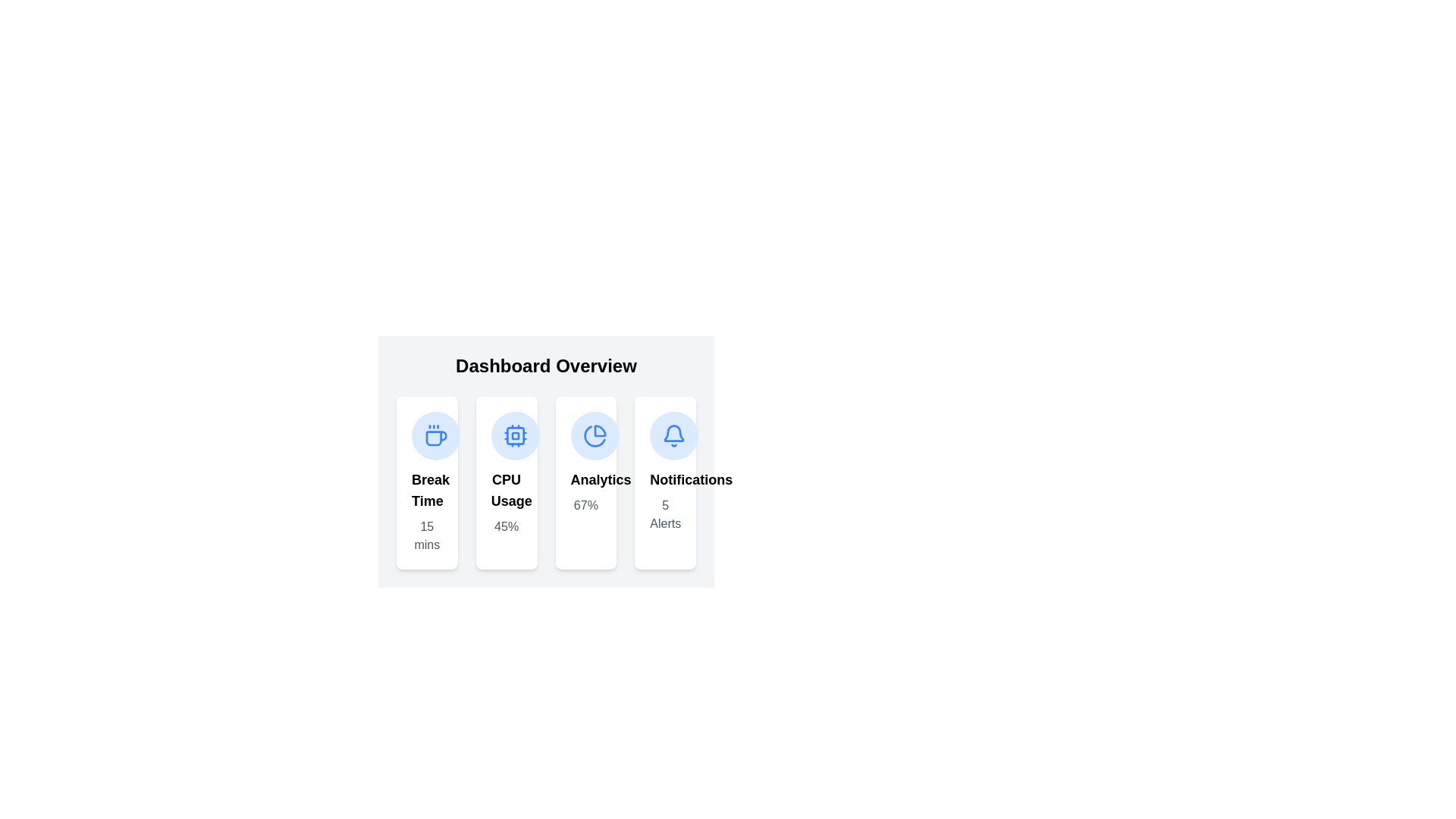 The height and width of the screenshot is (819, 1456). I want to click on the text label displaying '67%' within the 'Analytics' card, which is the third card from the left in a row of four cards, so click(585, 491).